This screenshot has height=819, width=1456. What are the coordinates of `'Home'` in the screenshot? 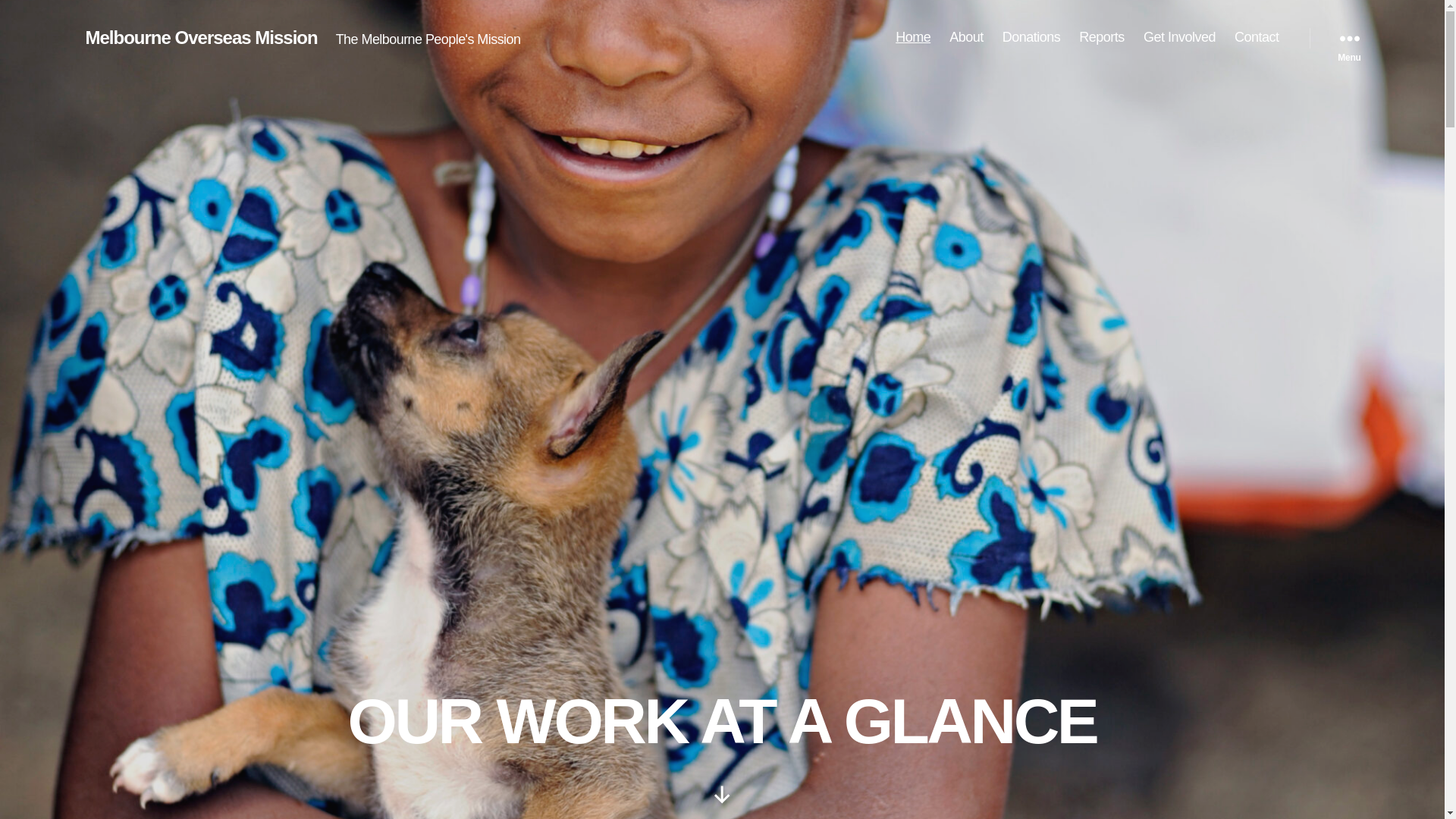 It's located at (912, 37).